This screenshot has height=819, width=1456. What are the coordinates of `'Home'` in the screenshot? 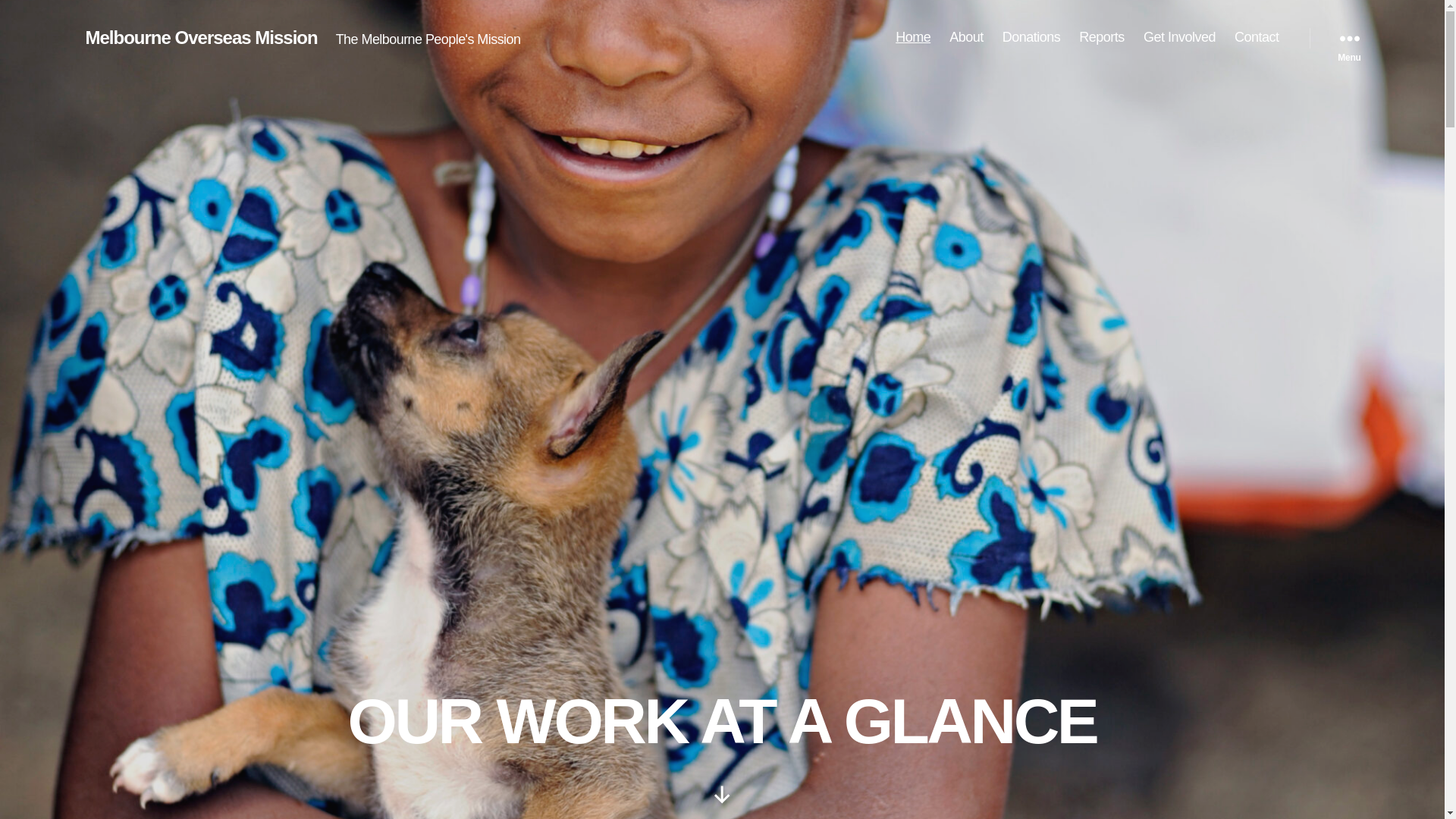 It's located at (912, 37).